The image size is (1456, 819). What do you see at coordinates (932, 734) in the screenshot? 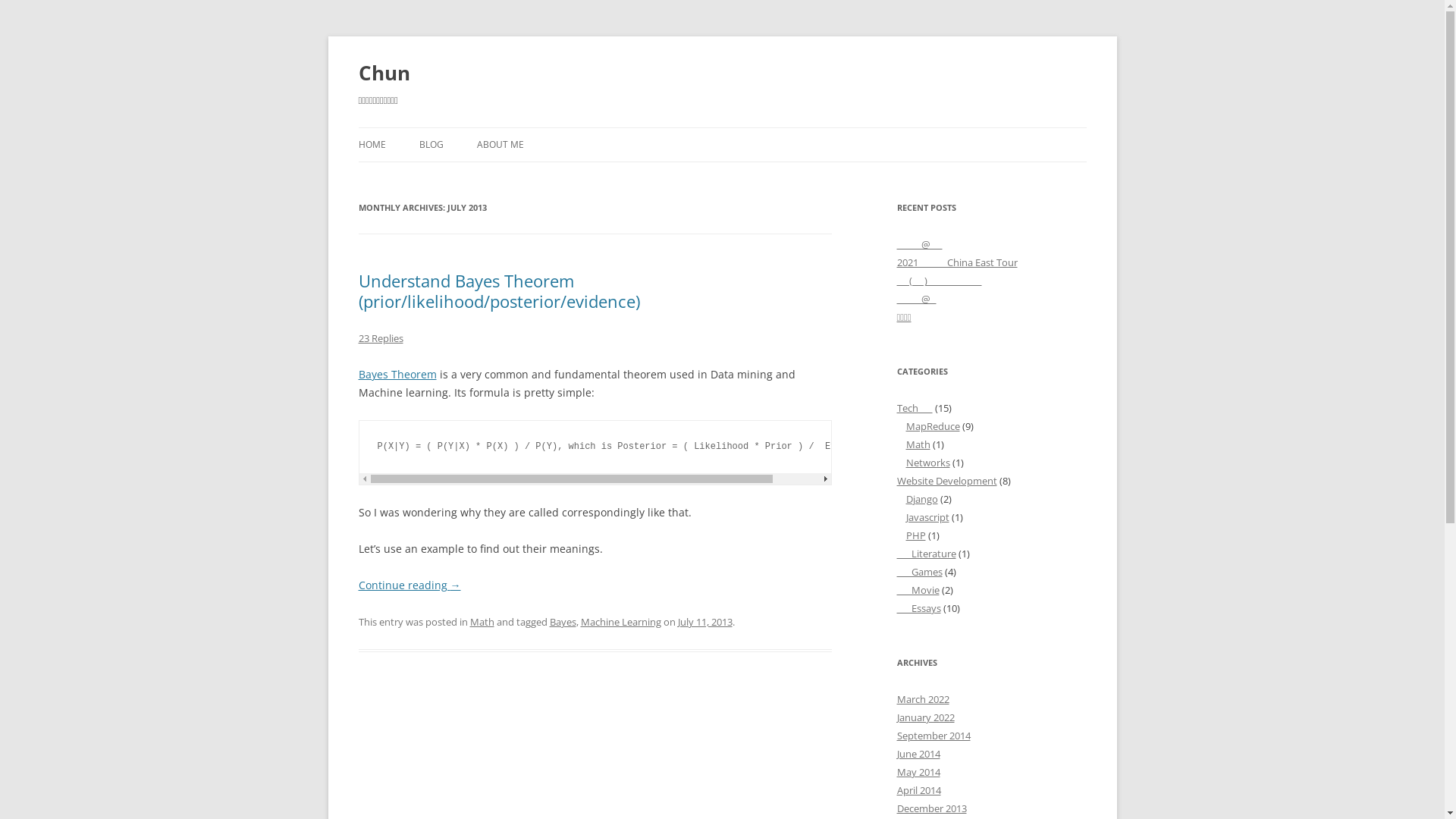
I see `'September 2014'` at bounding box center [932, 734].